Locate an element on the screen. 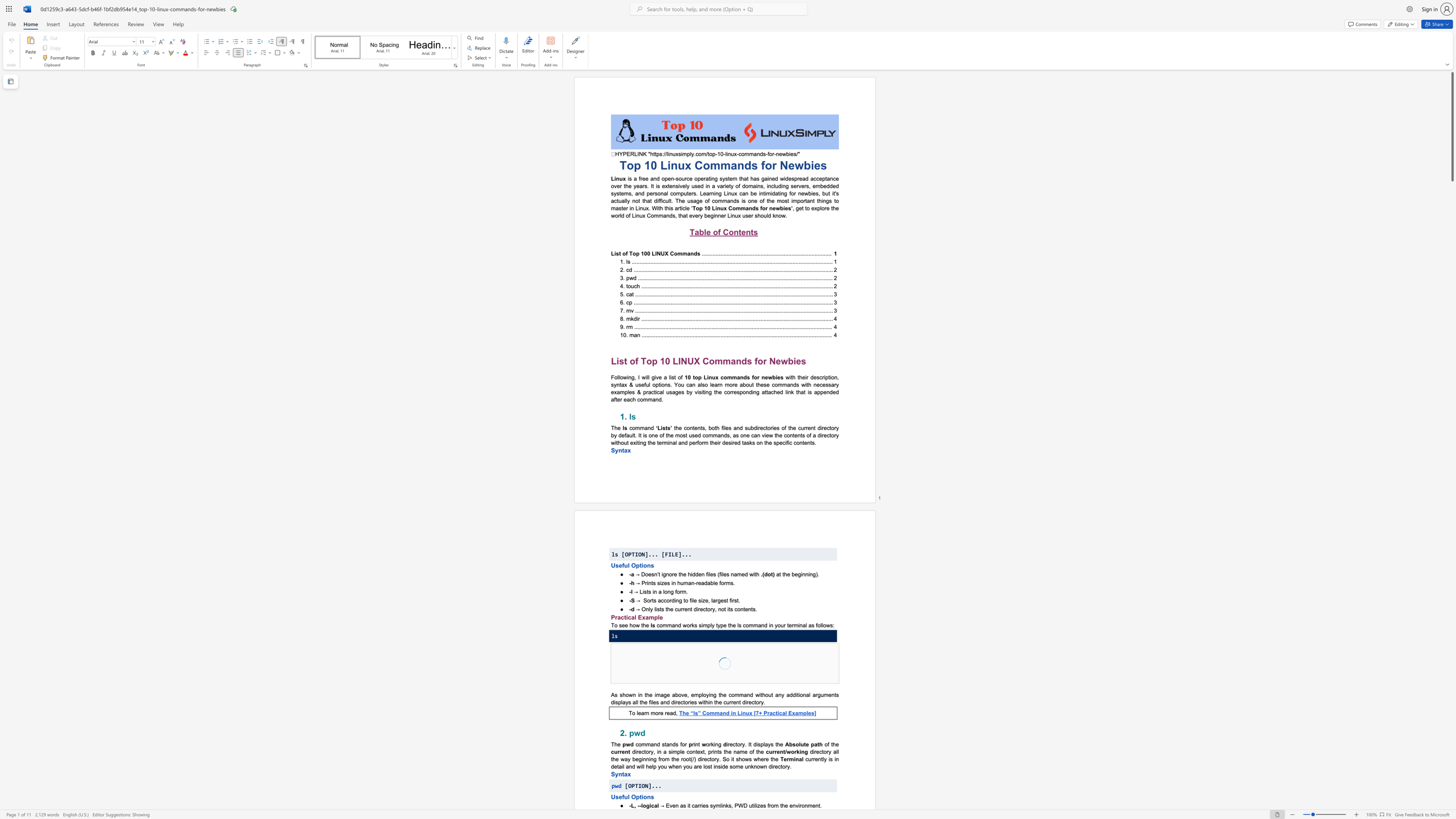 The image size is (1456, 819). the scrollbar on the right to move the page downward is located at coordinates (1451, 545).